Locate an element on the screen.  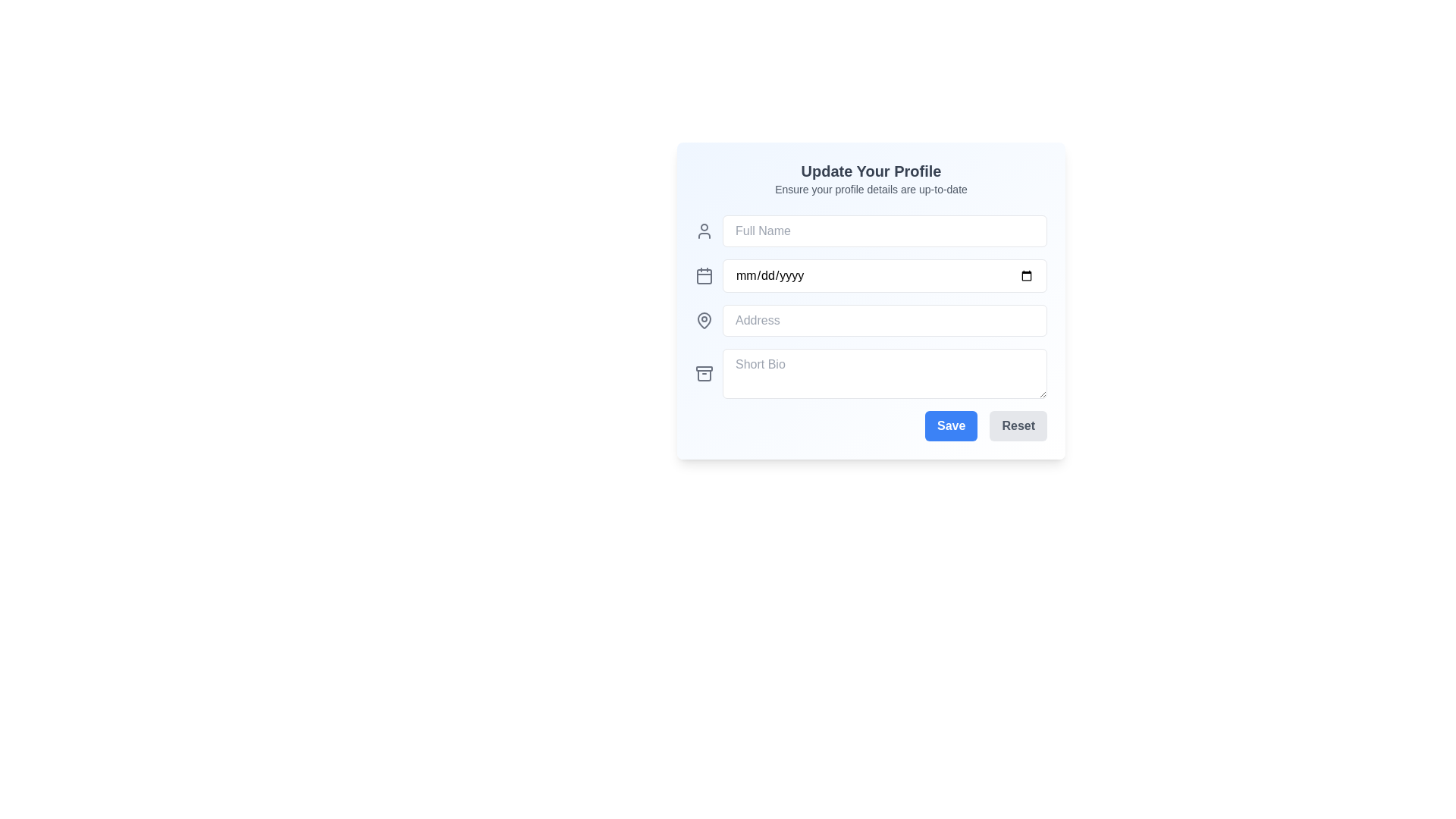
the text heading labeled 'Update Your Profile', which is prominently displayed at the top of the form interface is located at coordinates (871, 171).